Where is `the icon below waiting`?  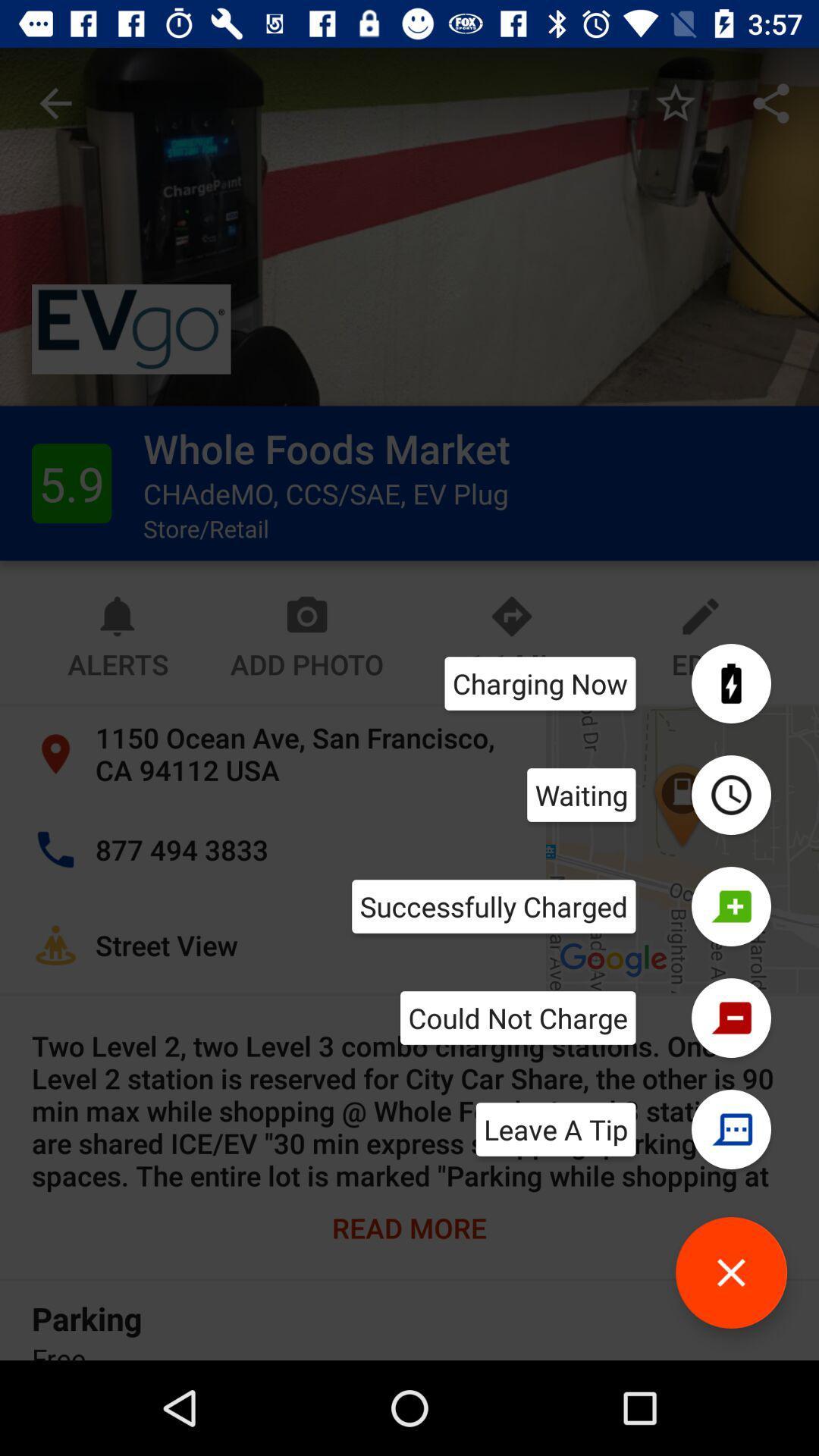
the icon below waiting is located at coordinates (494, 906).